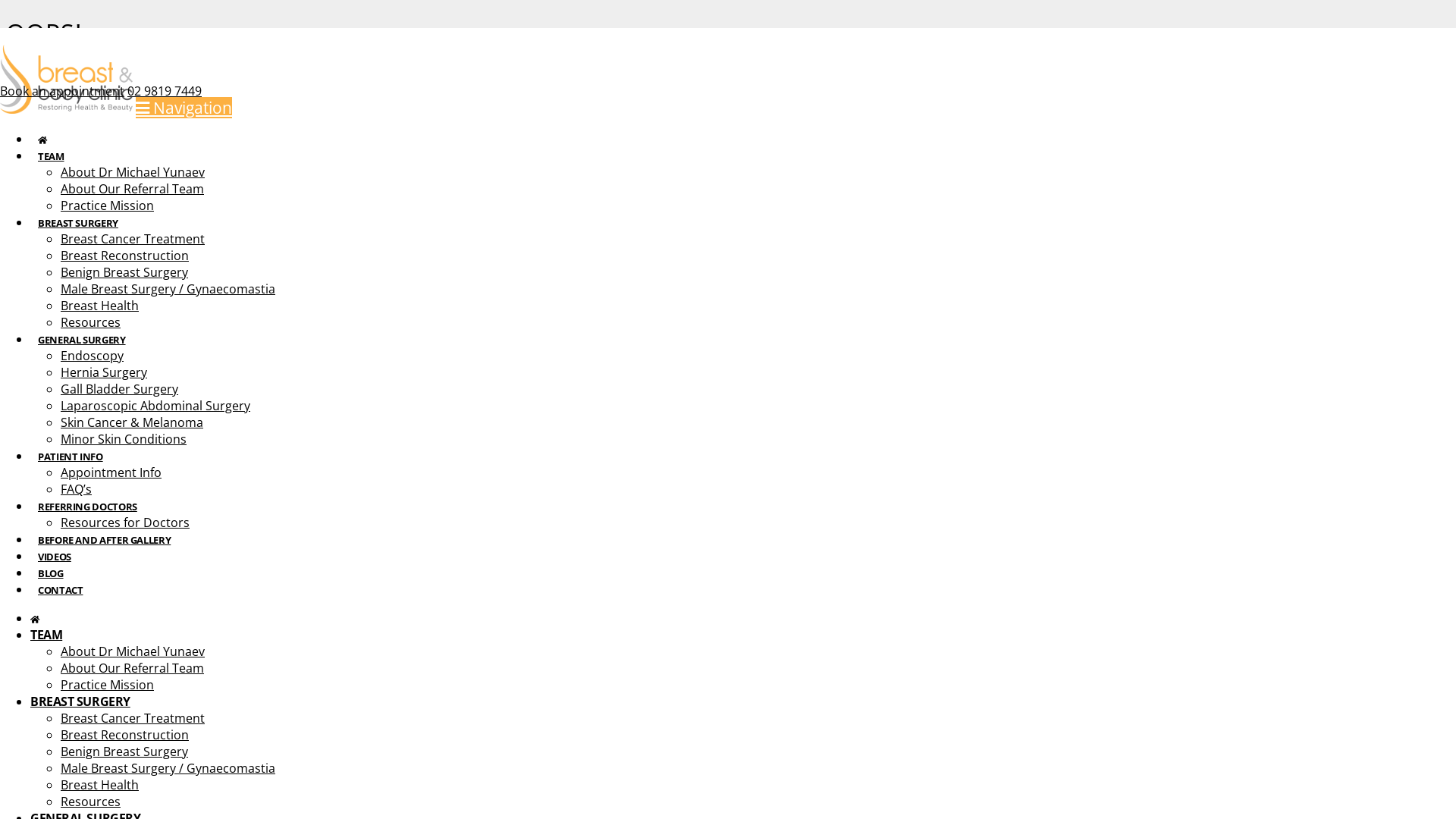 The width and height of the screenshot is (1456, 819). What do you see at coordinates (86, 503) in the screenshot?
I see `'REFERRING DOCTORS'` at bounding box center [86, 503].